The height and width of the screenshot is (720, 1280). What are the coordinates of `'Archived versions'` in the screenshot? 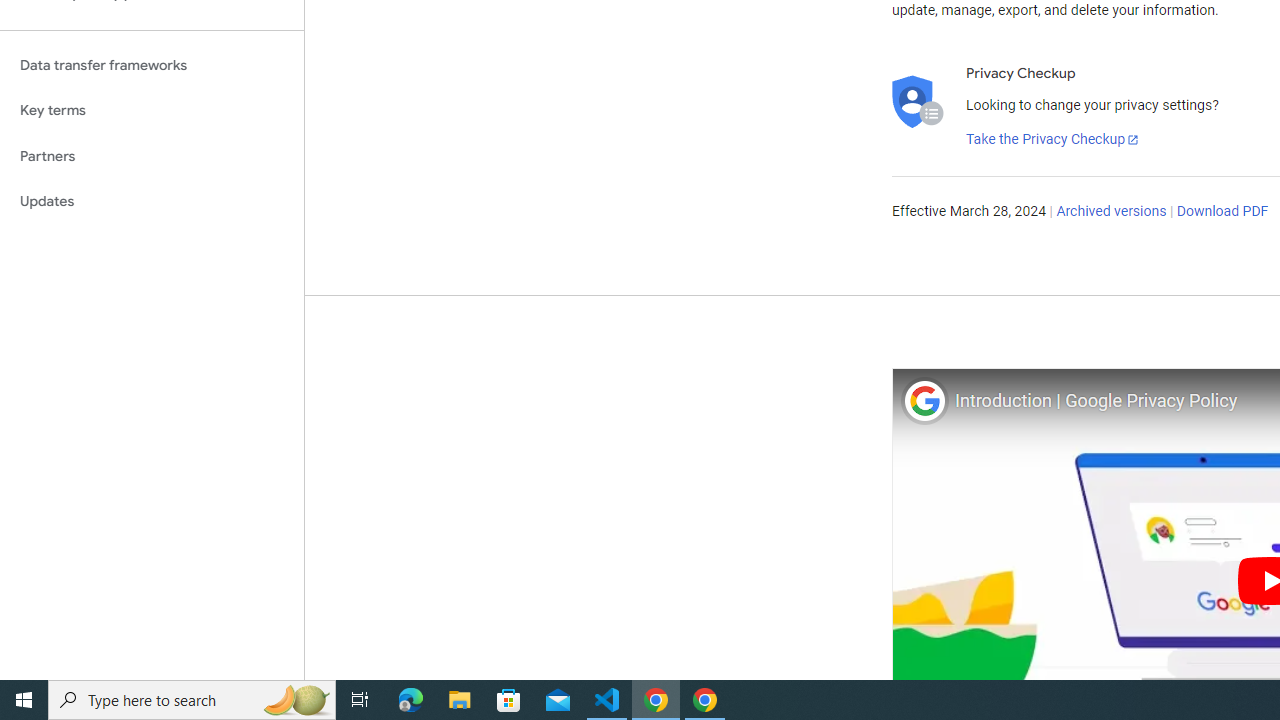 It's located at (1110, 212).